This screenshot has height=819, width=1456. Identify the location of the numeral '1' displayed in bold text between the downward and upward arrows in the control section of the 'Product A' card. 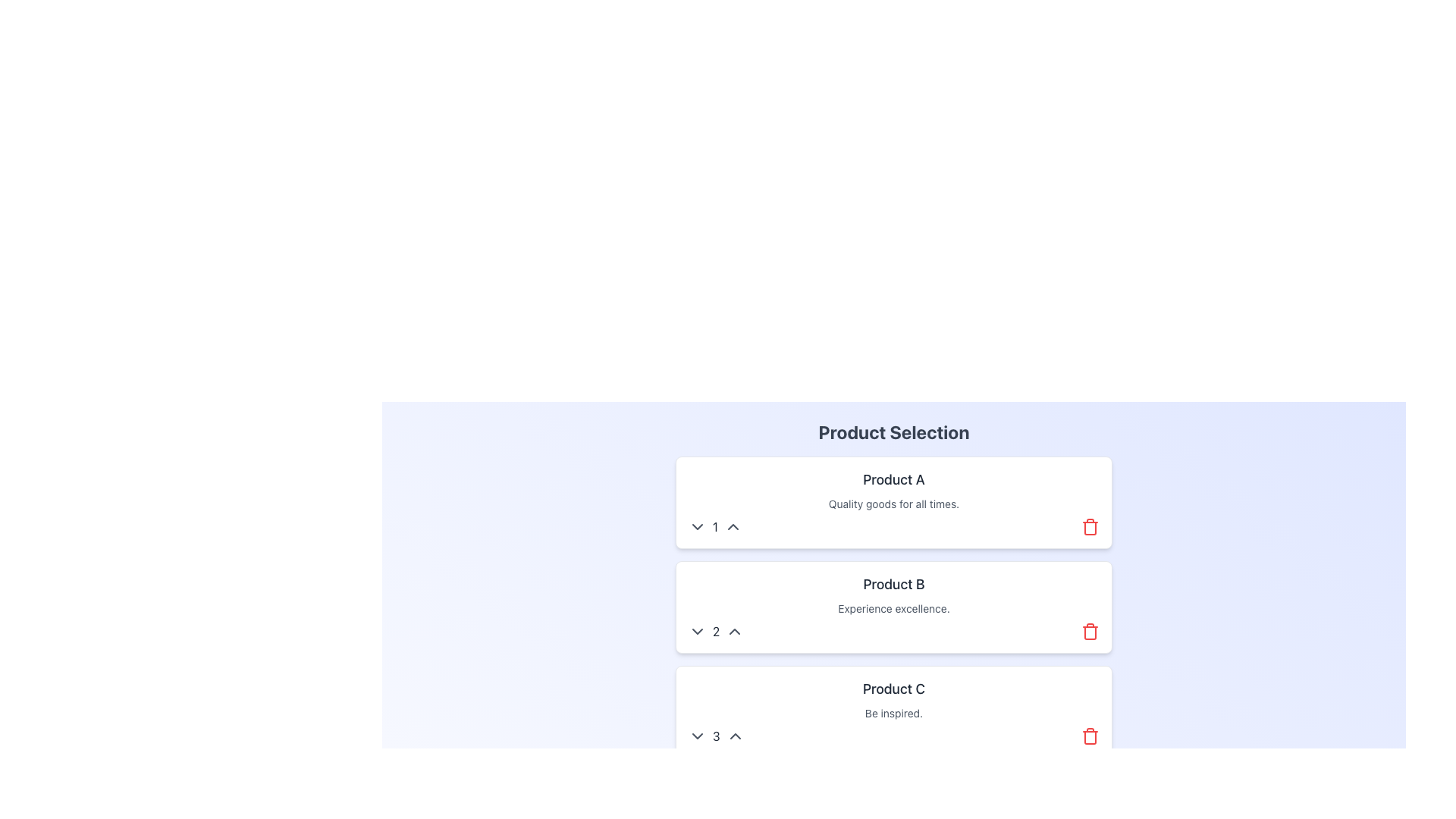
(714, 526).